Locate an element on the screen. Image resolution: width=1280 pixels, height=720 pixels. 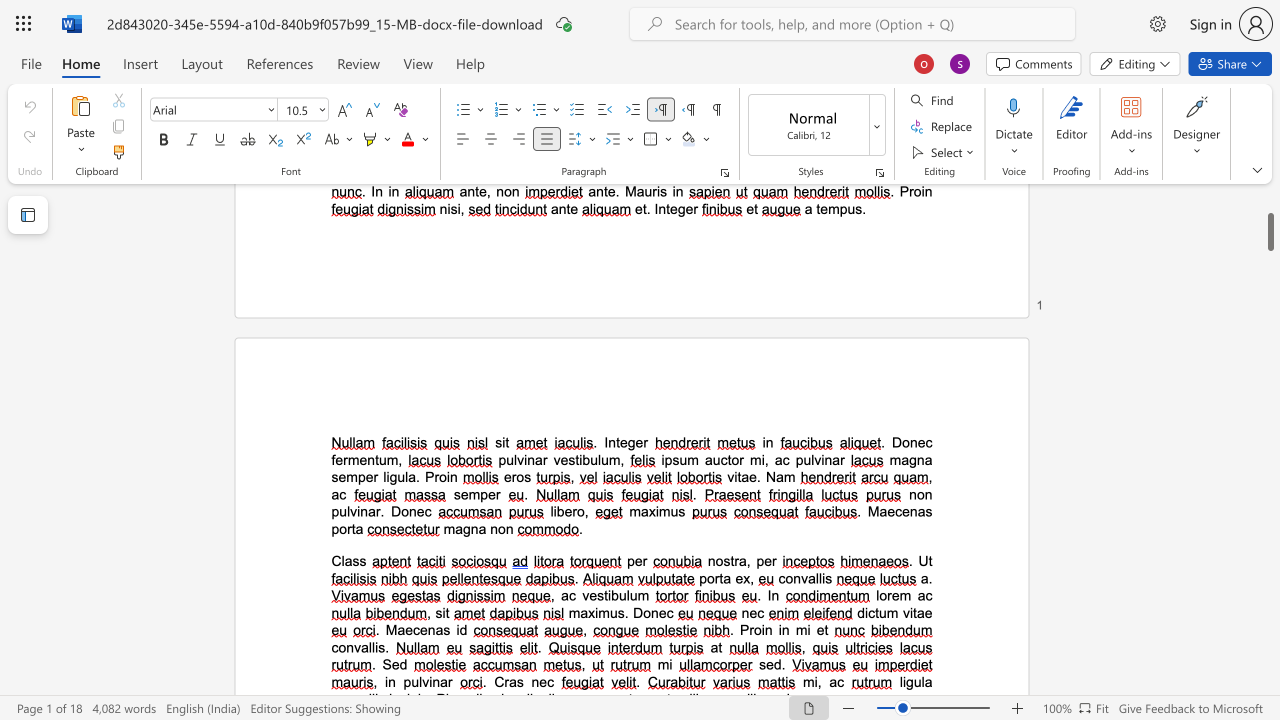
the space between the continuous character "a" and "r" in the text is located at coordinates (375, 510).